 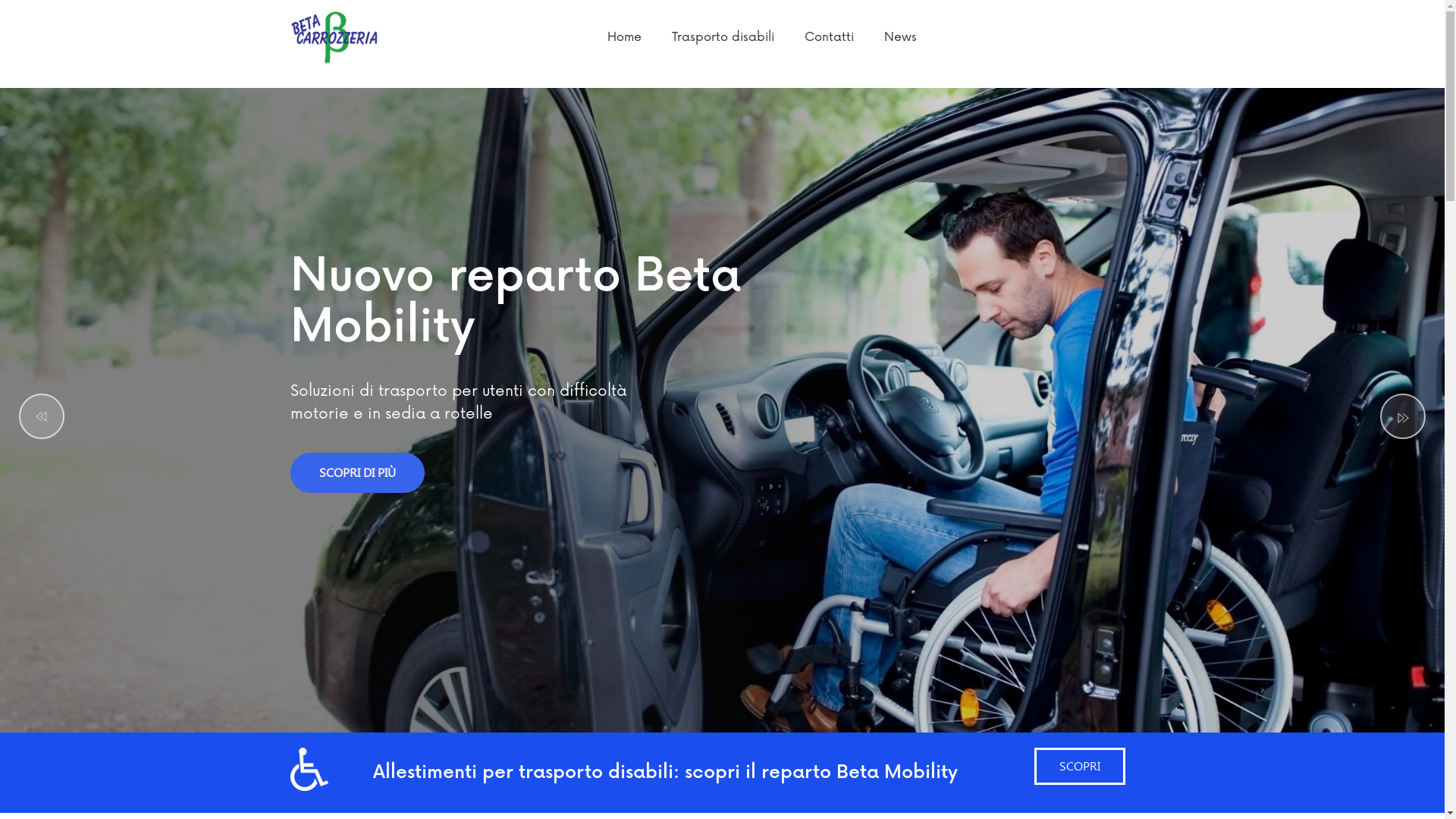 I want to click on 'Home', so click(x=624, y=36).